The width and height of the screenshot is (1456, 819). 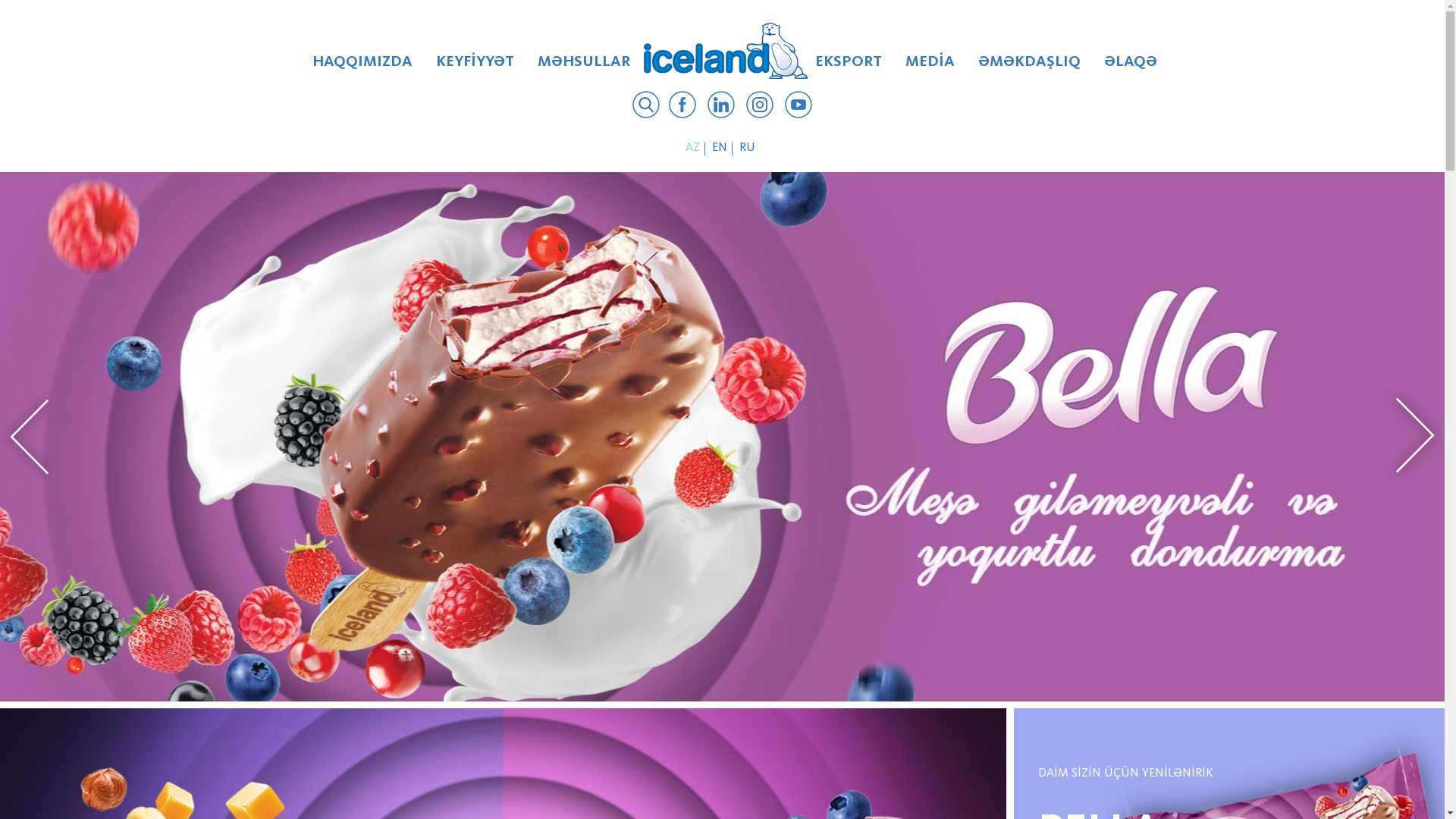 What do you see at coordinates (362, 66) in the screenshot?
I see `'HAQQIMIZDA'` at bounding box center [362, 66].